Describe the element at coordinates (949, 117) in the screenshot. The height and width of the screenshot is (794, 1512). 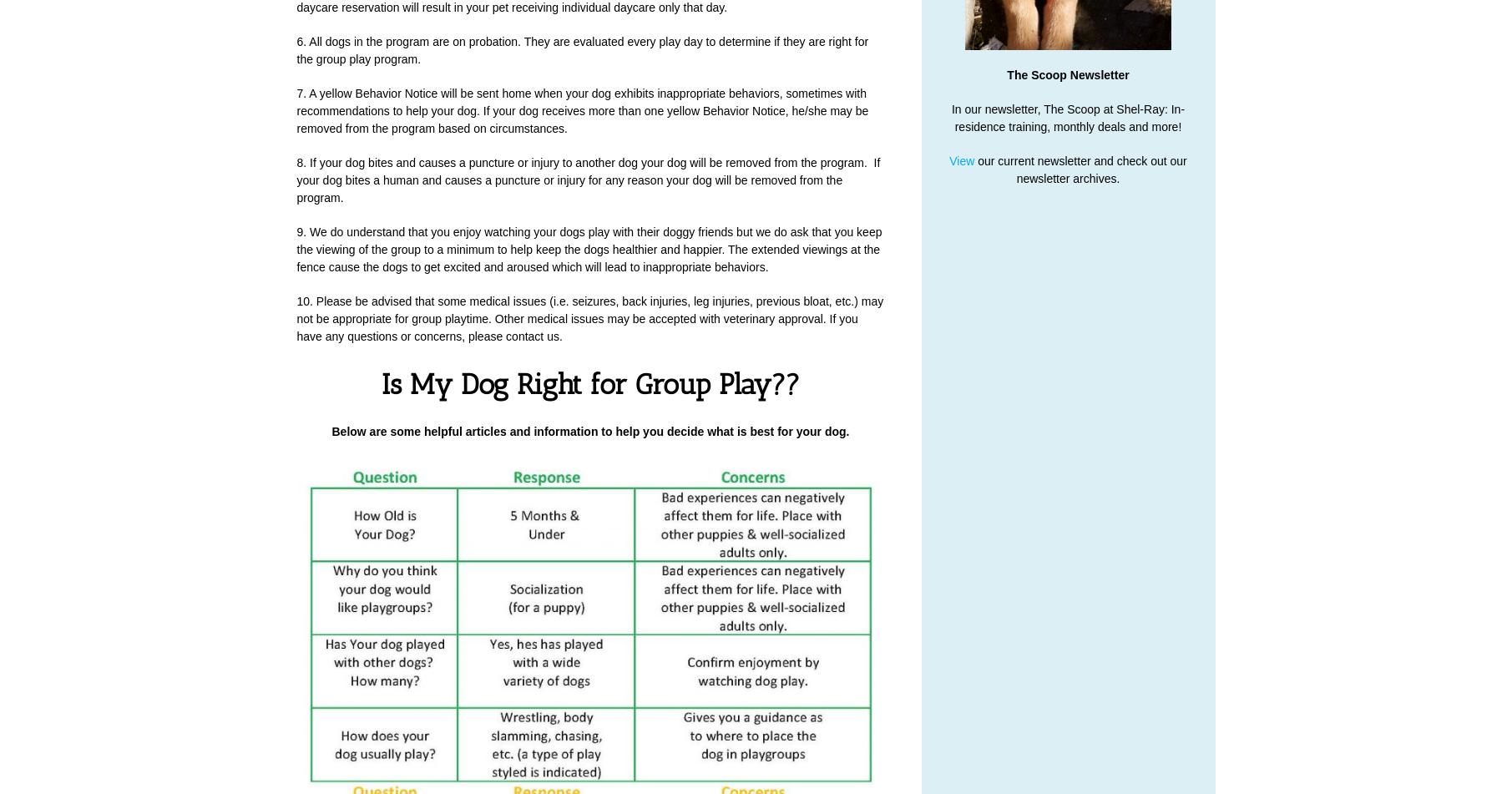
I see `'In our newsletter, The Scoop at Shel-Ray: In-residence training, monthly deals and more!'` at that location.